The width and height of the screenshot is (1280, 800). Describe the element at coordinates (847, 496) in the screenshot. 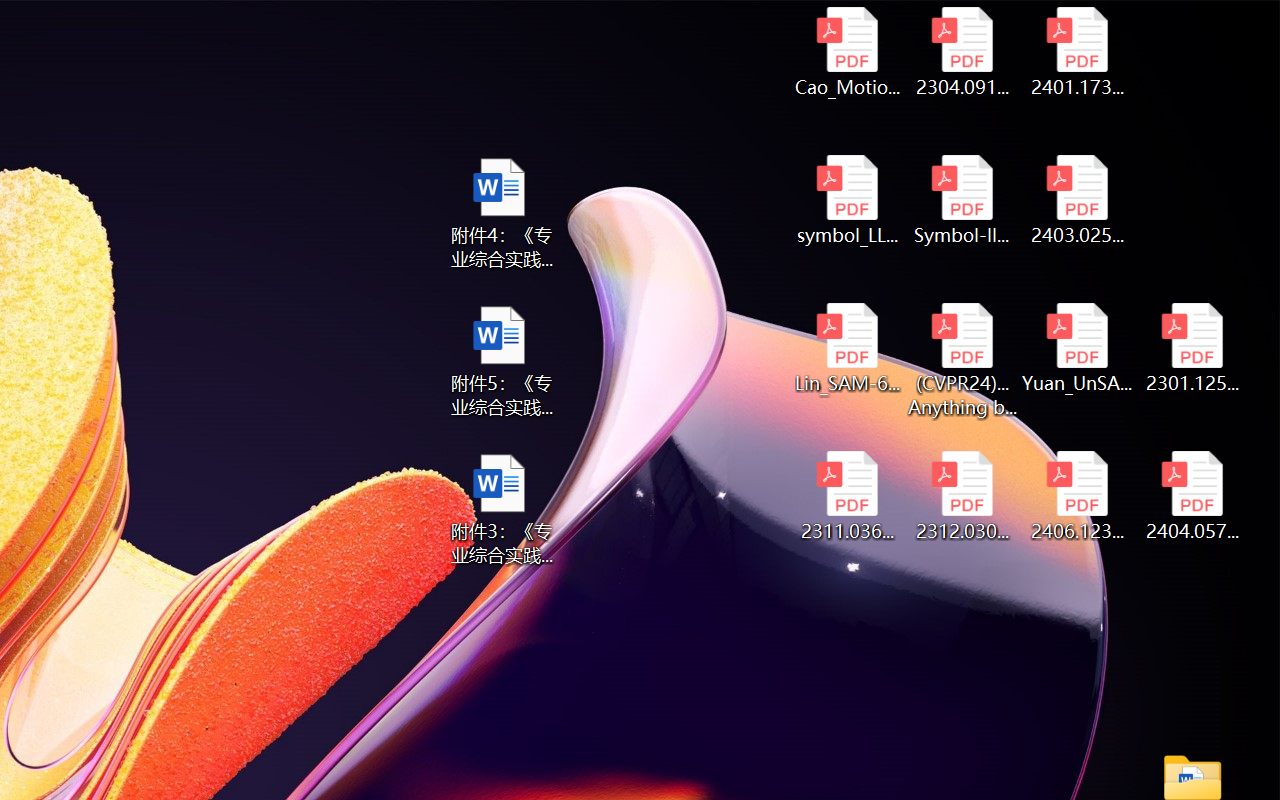

I see `'2311.03658v2.pdf'` at that location.